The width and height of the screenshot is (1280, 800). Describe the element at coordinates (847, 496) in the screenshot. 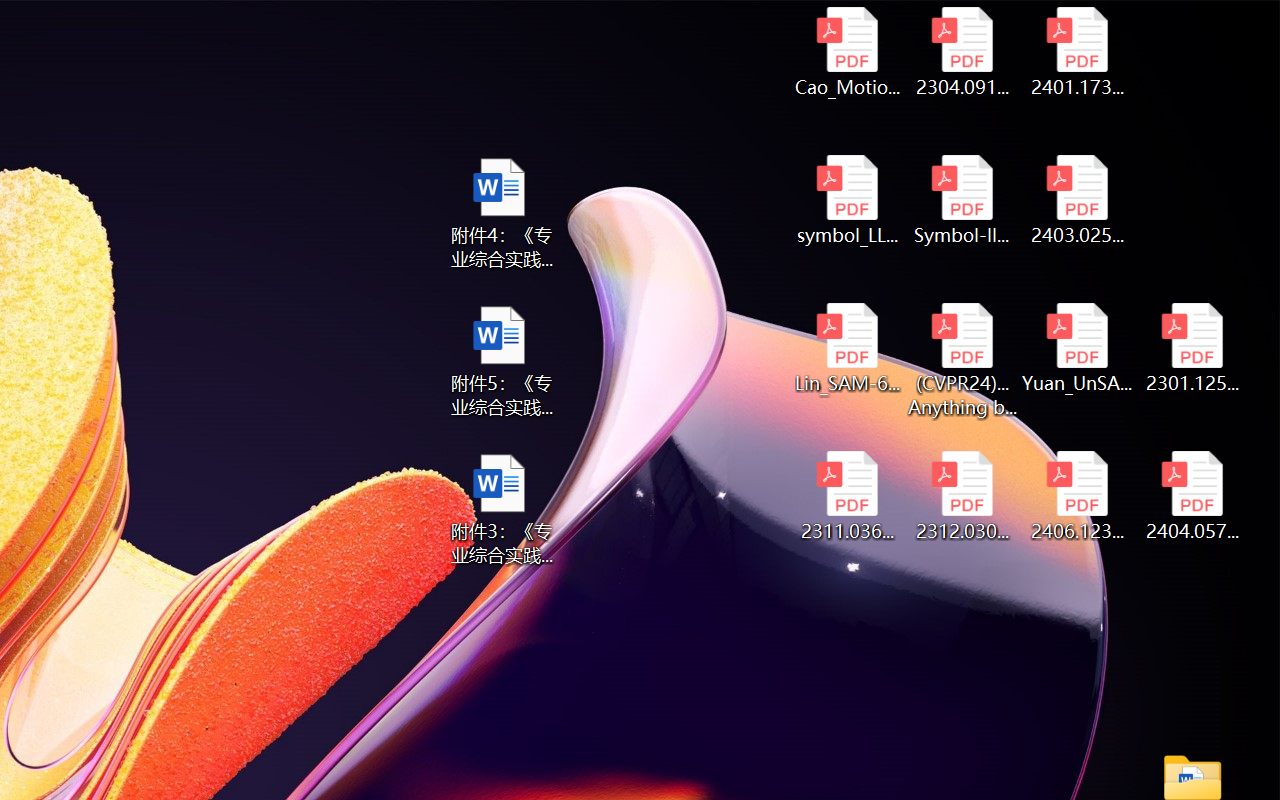

I see `'2311.03658v2.pdf'` at that location.